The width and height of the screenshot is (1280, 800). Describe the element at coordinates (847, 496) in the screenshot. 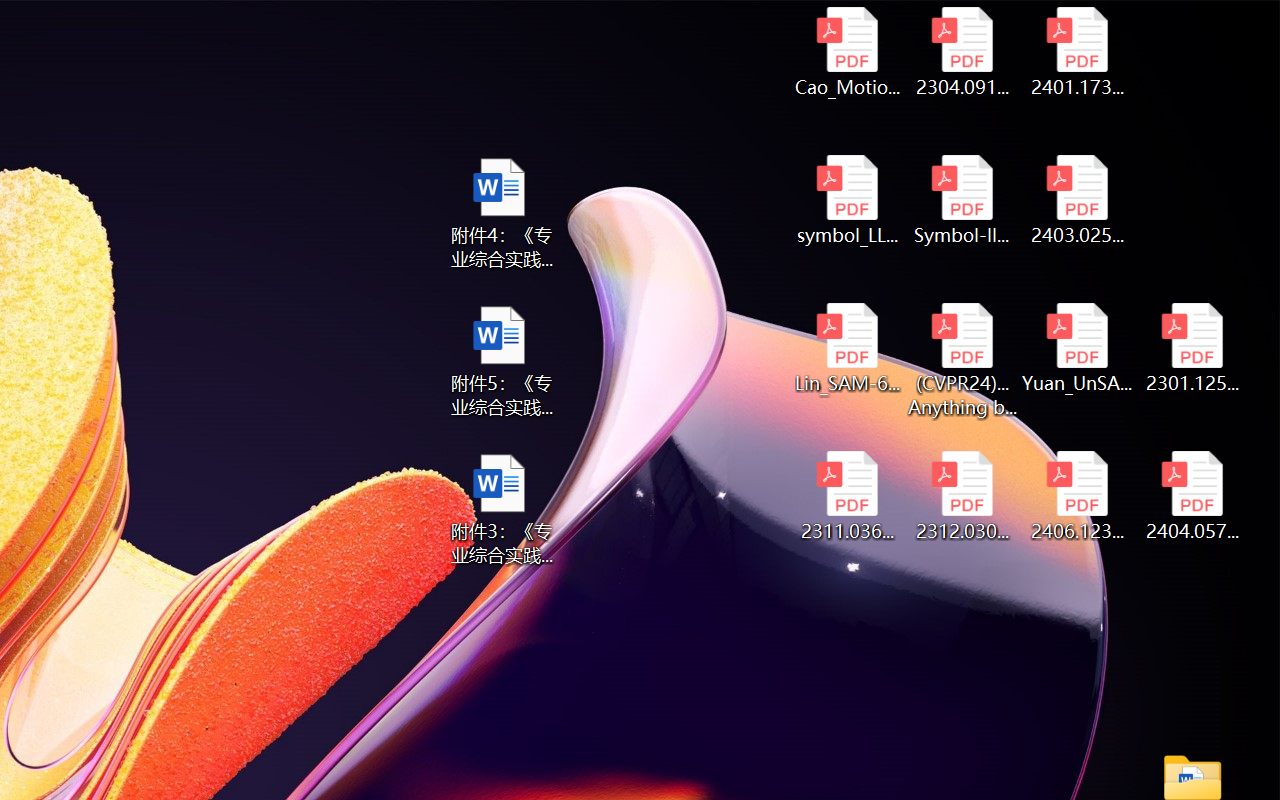

I see `'2311.03658v2.pdf'` at that location.